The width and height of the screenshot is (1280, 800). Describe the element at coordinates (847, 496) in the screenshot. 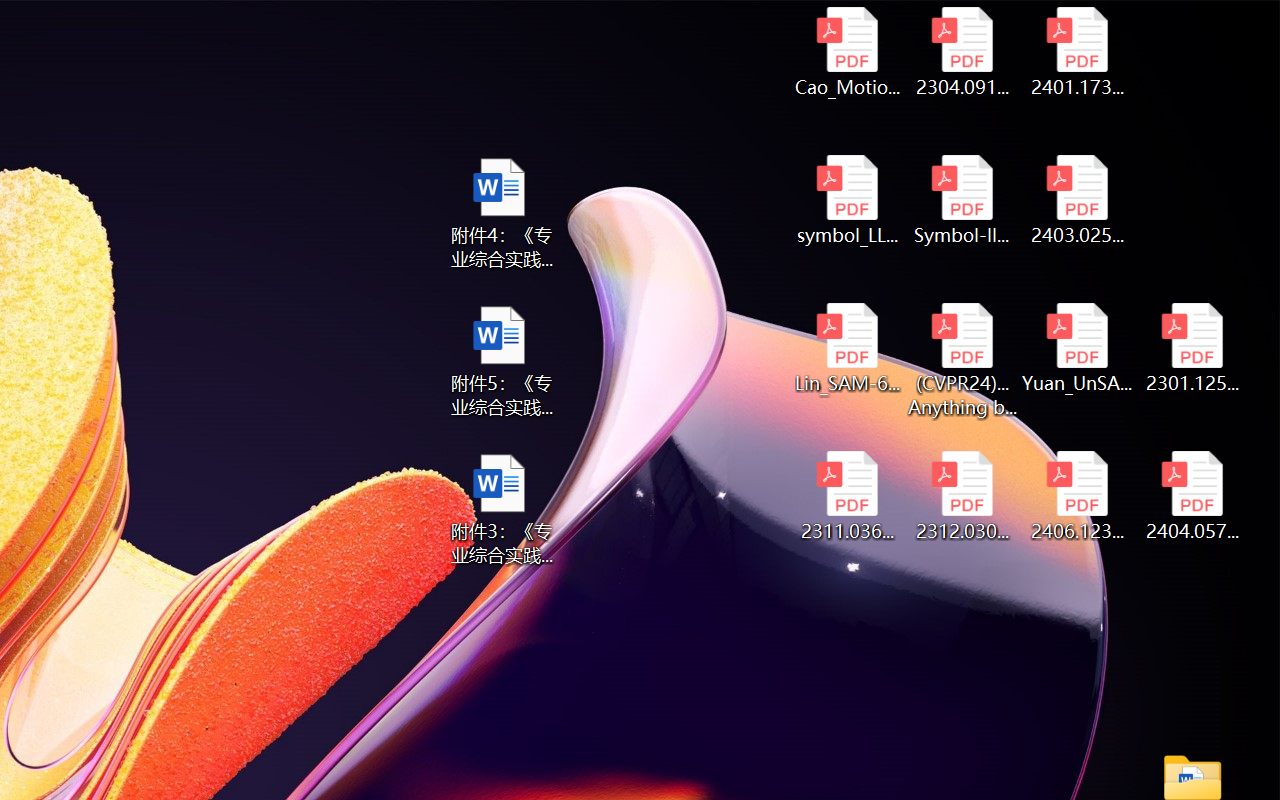

I see `'2311.03658v2.pdf'` at that location.